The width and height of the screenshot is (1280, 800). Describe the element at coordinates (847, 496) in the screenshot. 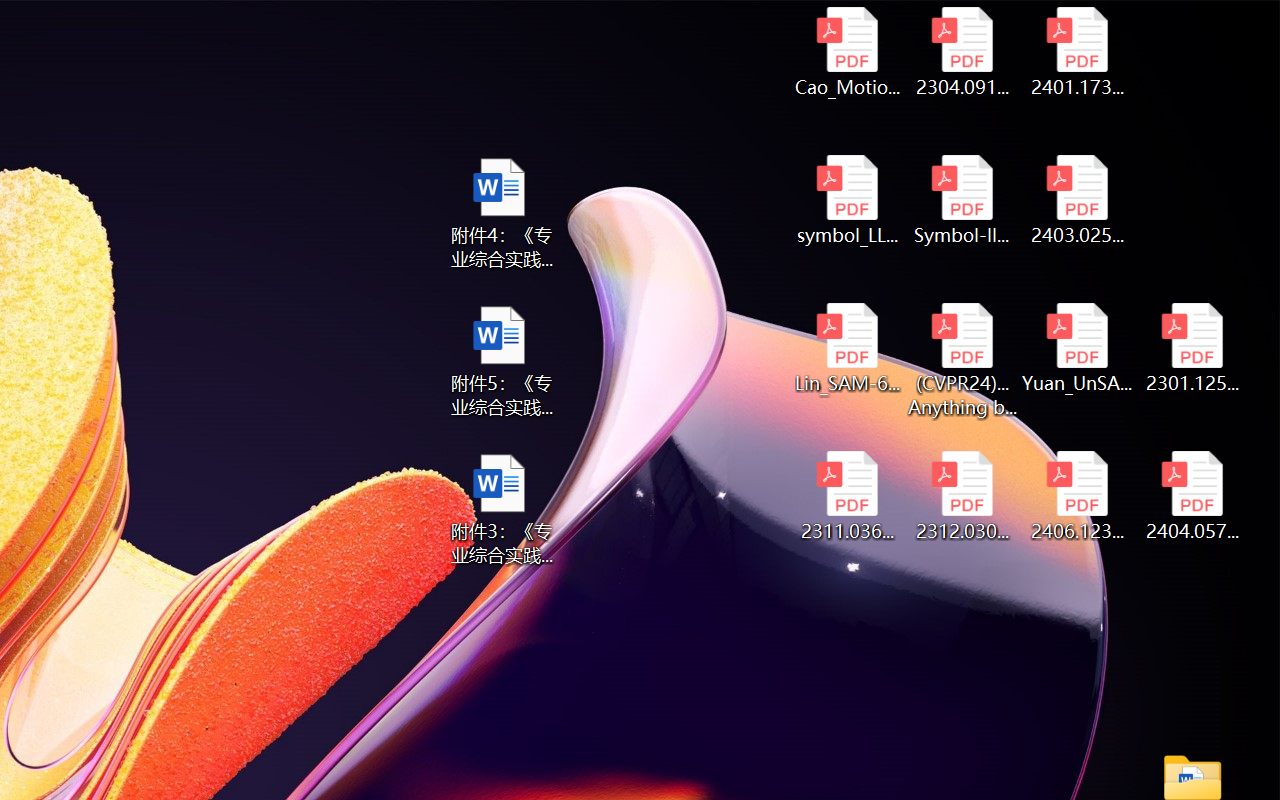

I see `'2311.03658v2.pdf'` at that location.